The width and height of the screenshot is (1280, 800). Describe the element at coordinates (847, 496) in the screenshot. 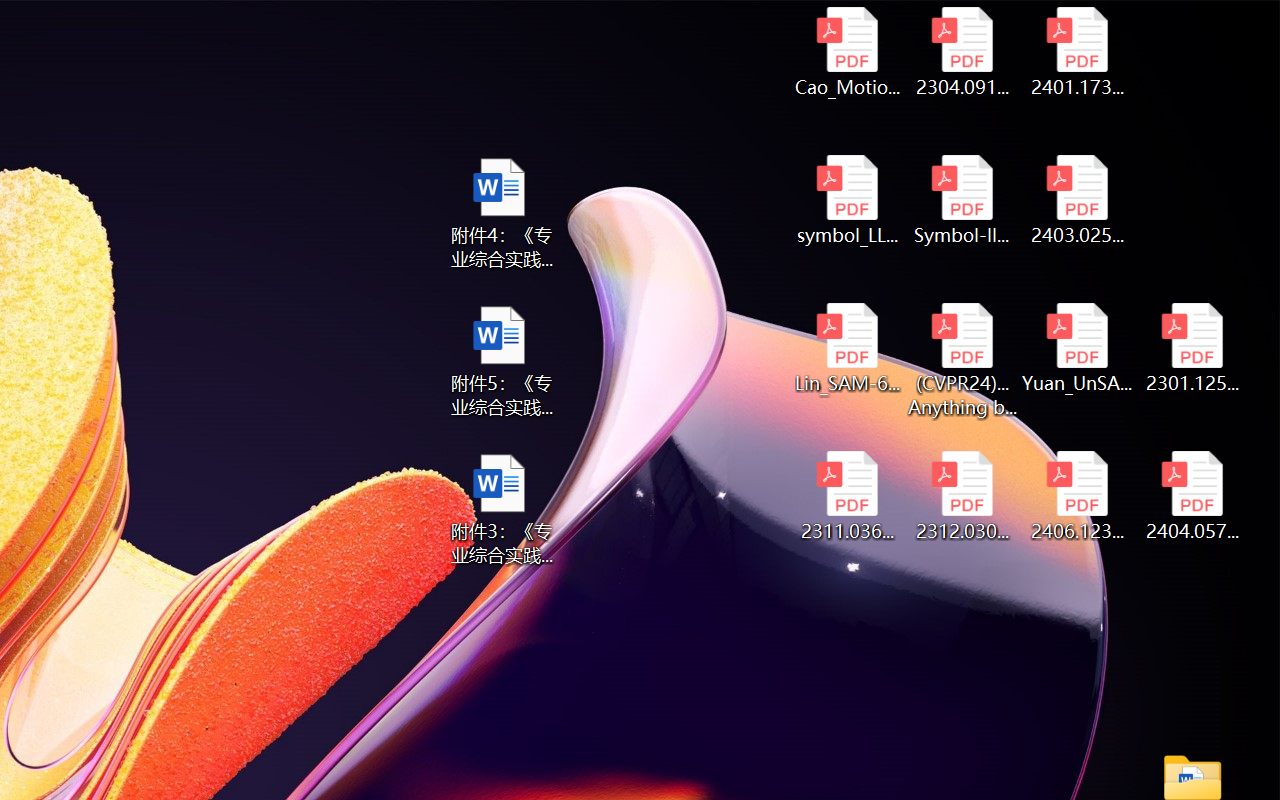

I see `'2311.03658v2.pdf'` at that location.